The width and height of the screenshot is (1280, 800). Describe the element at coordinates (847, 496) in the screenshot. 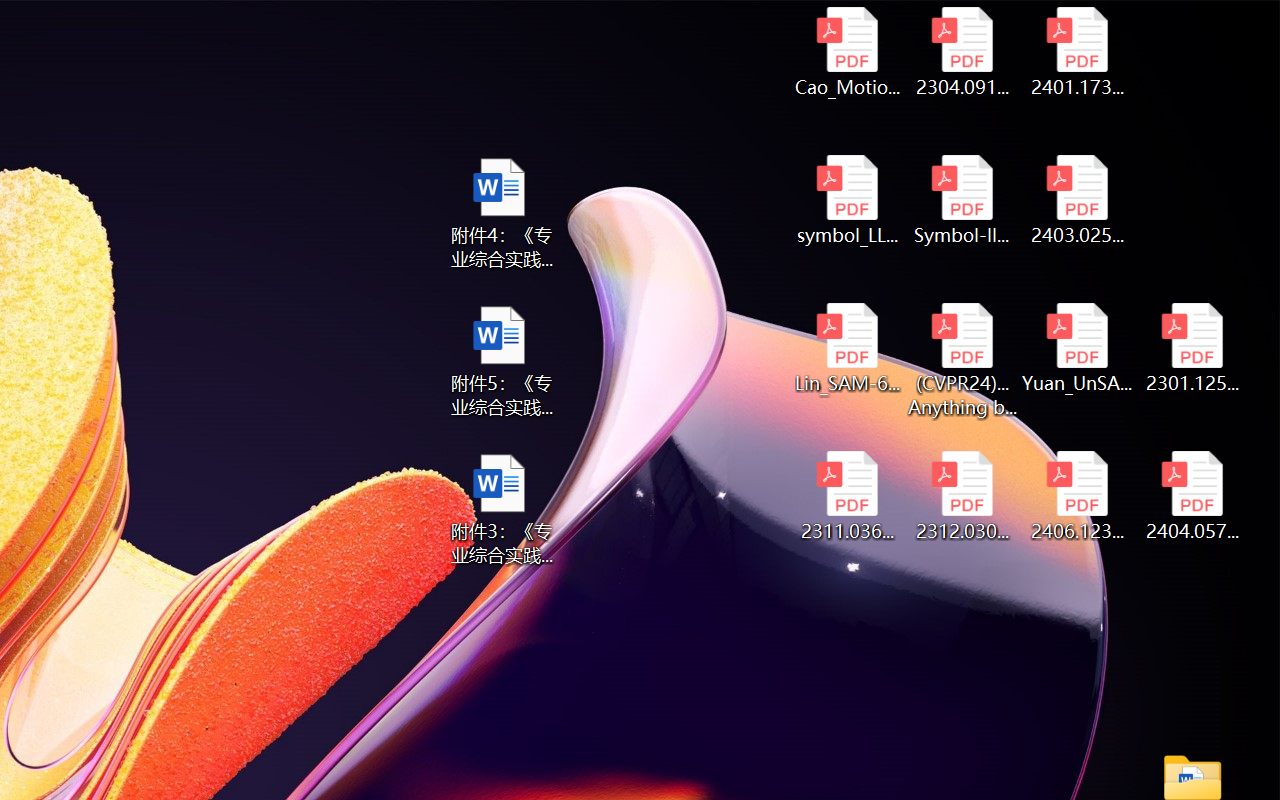

I see `'2311.03658v2.pdf'` at that location.